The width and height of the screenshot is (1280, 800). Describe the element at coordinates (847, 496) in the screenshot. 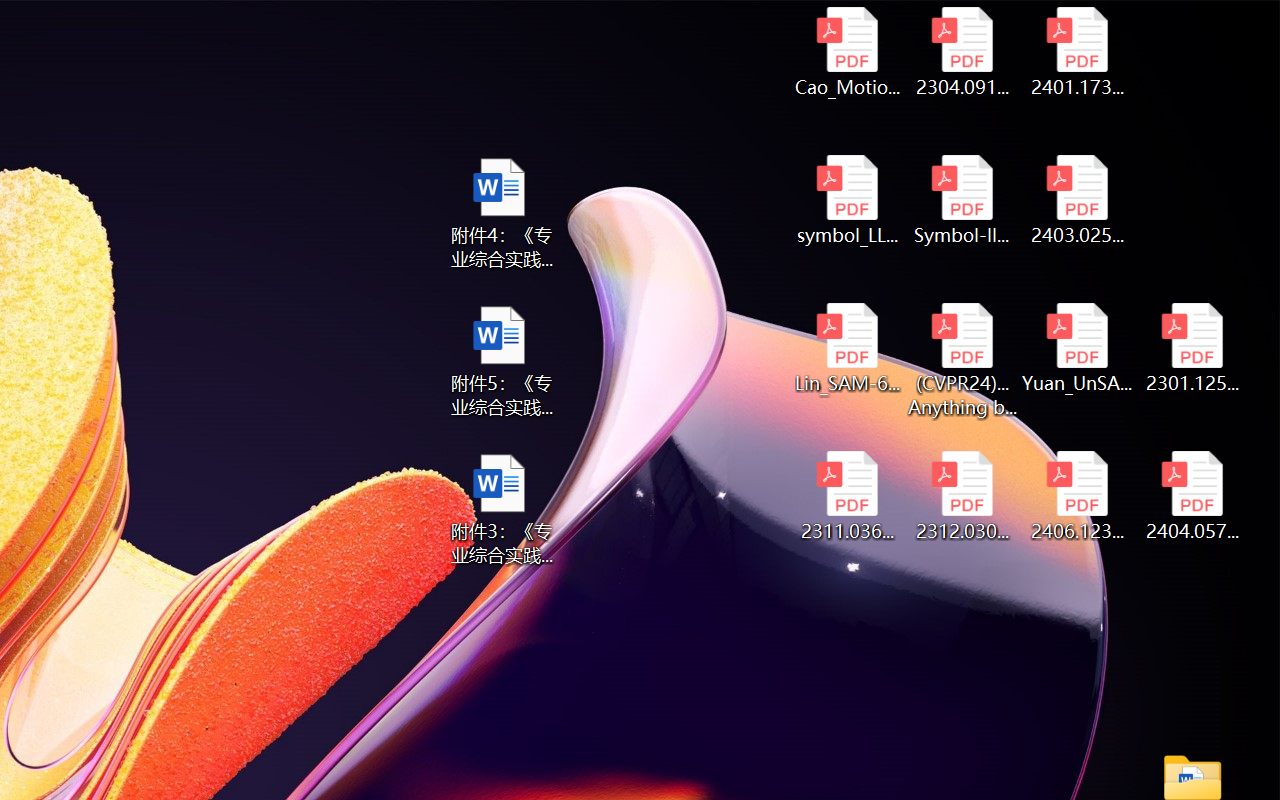

I see `'2311.03658v2.pdf'` at that location.